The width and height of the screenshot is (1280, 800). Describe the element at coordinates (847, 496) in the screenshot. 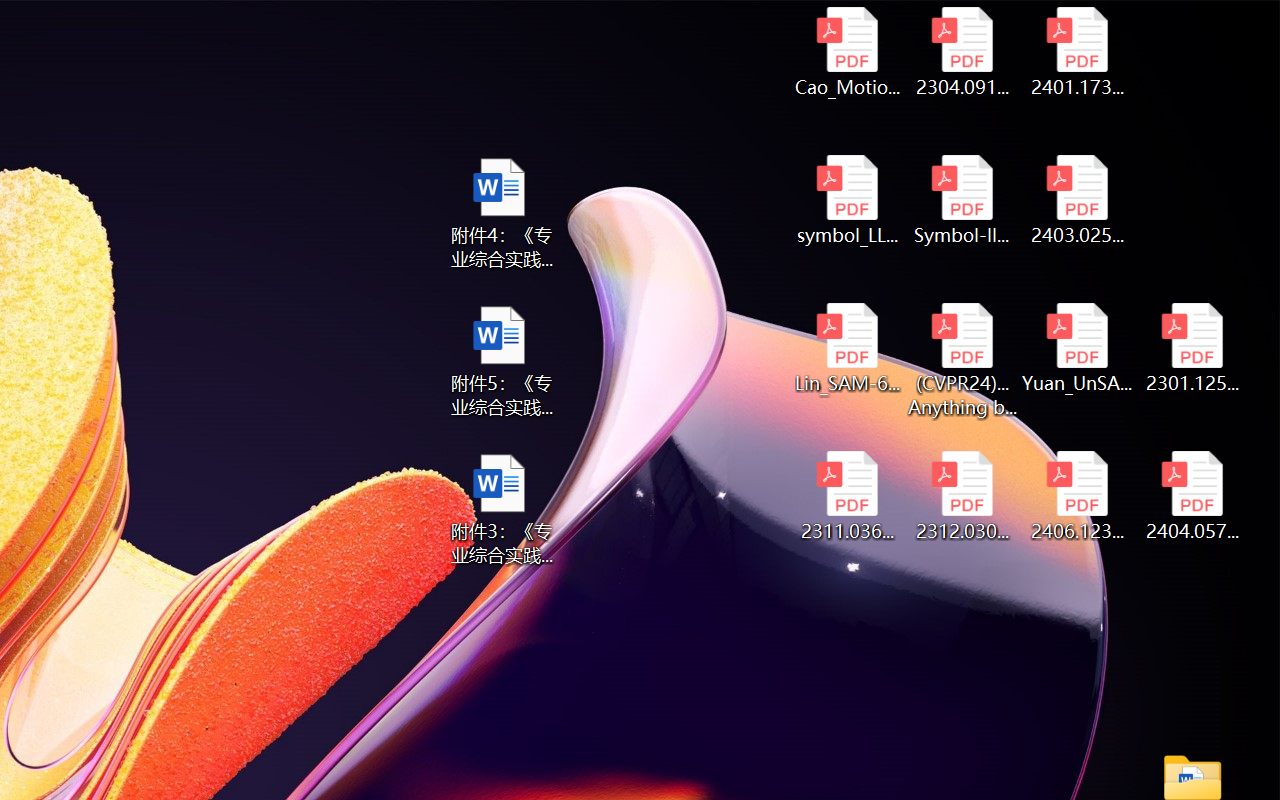

I see `'2311.03658v2.pdf'` at that location.